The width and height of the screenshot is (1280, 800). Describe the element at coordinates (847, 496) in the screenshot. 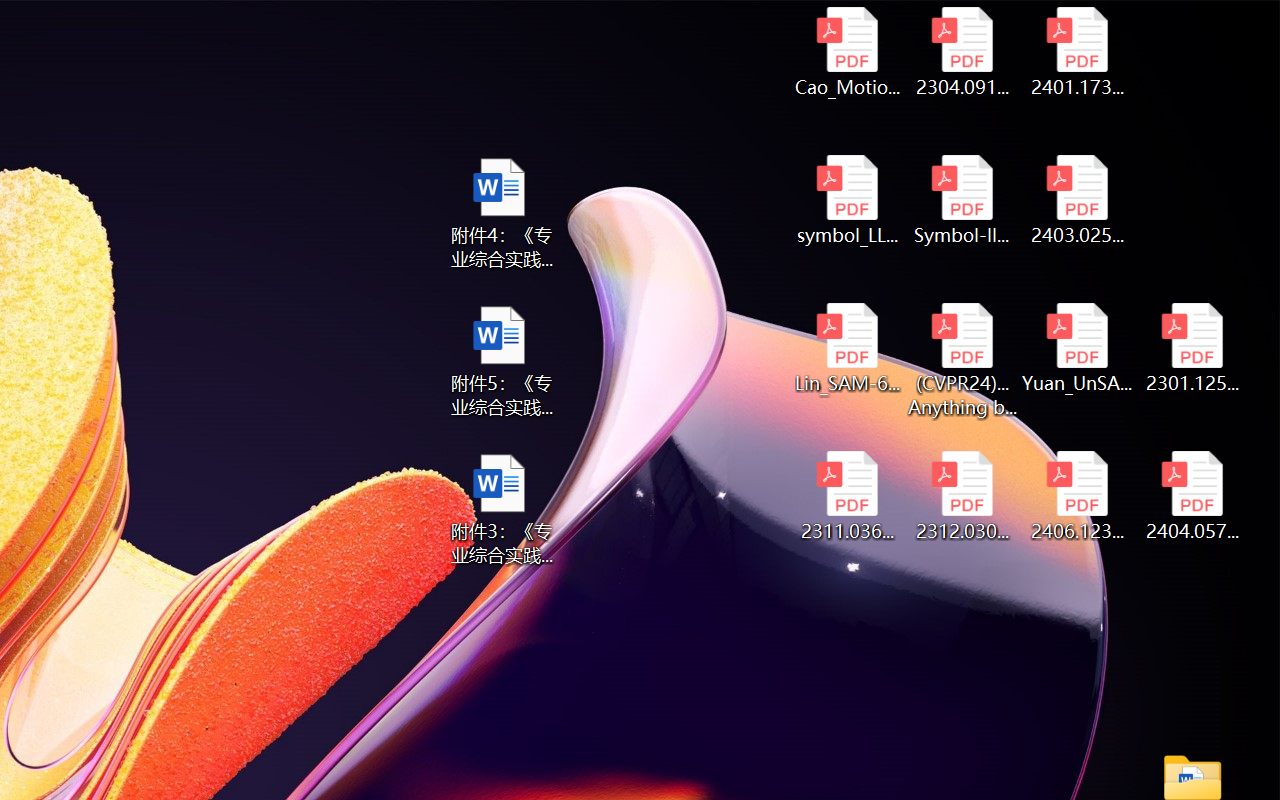

I see `'2311.03658v2.pdf'` at that location.